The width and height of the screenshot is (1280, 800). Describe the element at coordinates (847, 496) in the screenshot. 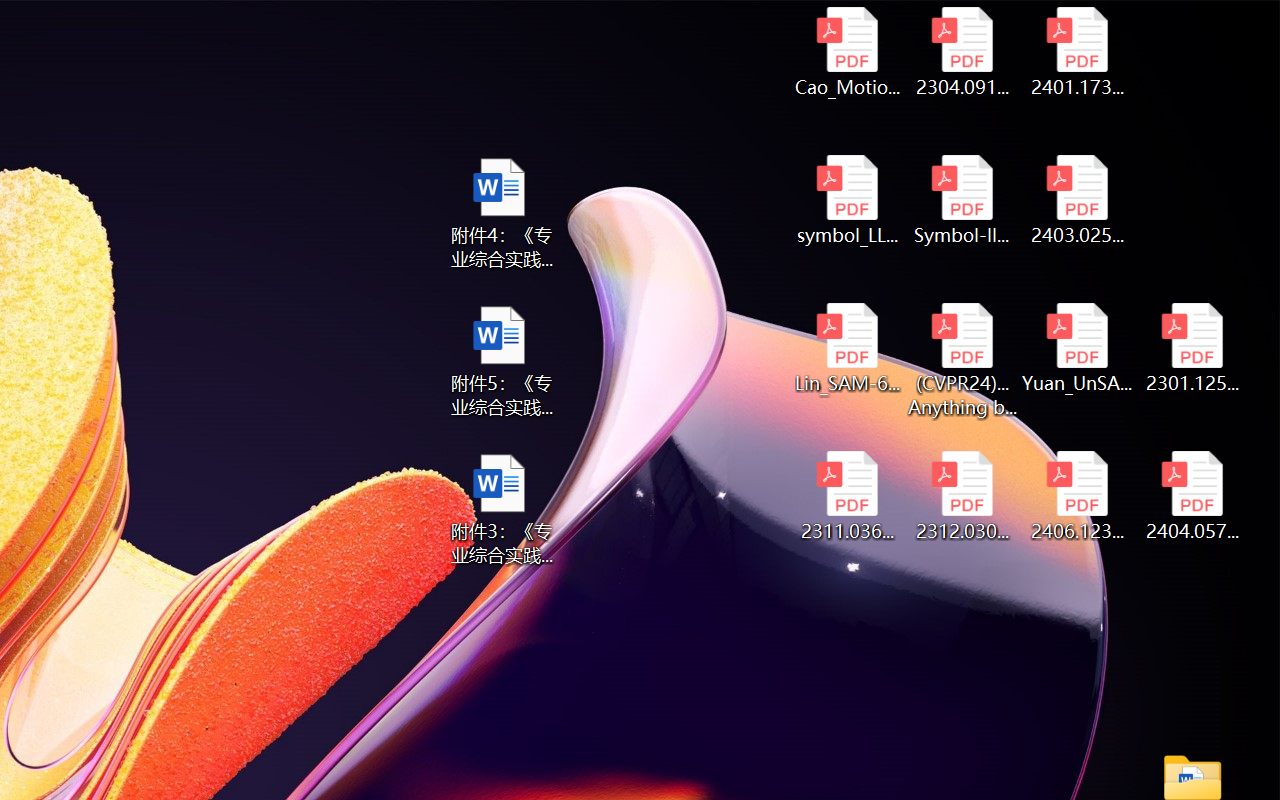

I see `'2311.03658v2.pdf'` at that location.